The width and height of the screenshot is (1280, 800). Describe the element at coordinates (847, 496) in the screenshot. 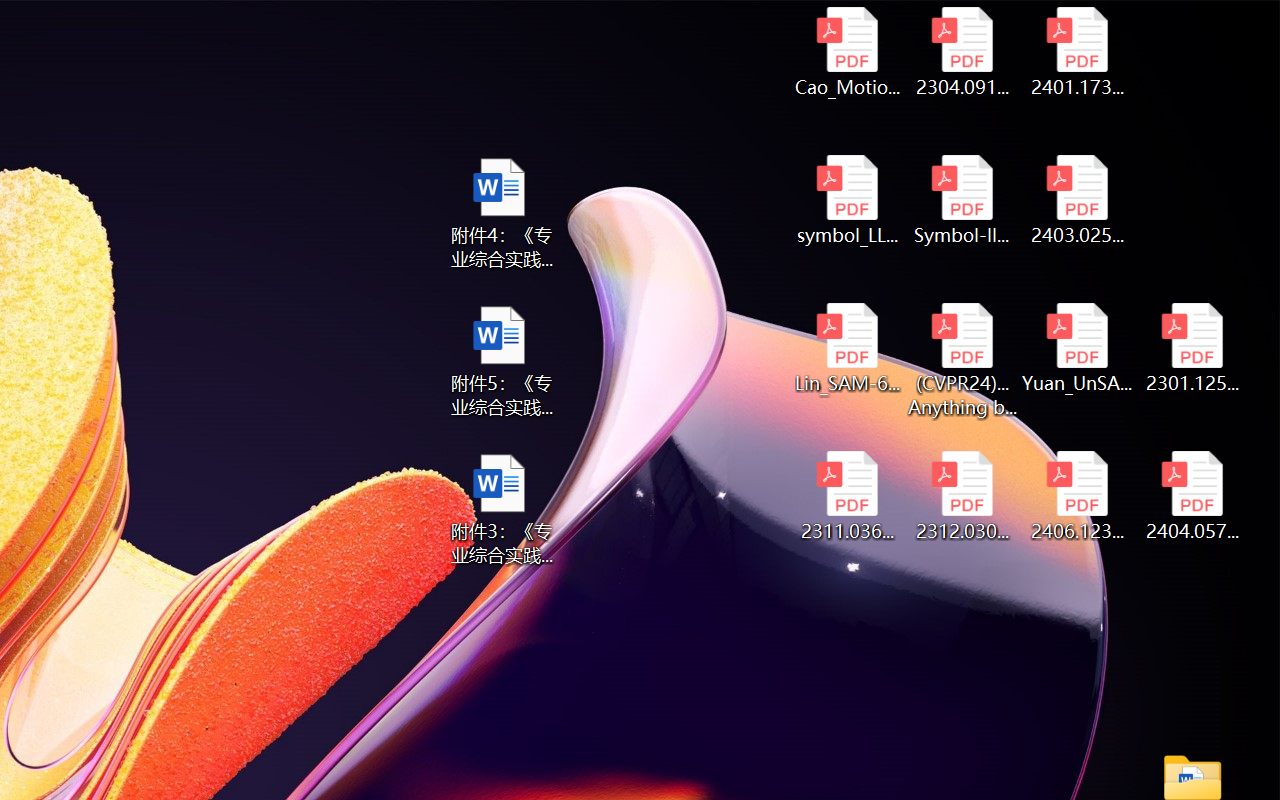

I see `'2311.03658v2.pdf'` at that location.